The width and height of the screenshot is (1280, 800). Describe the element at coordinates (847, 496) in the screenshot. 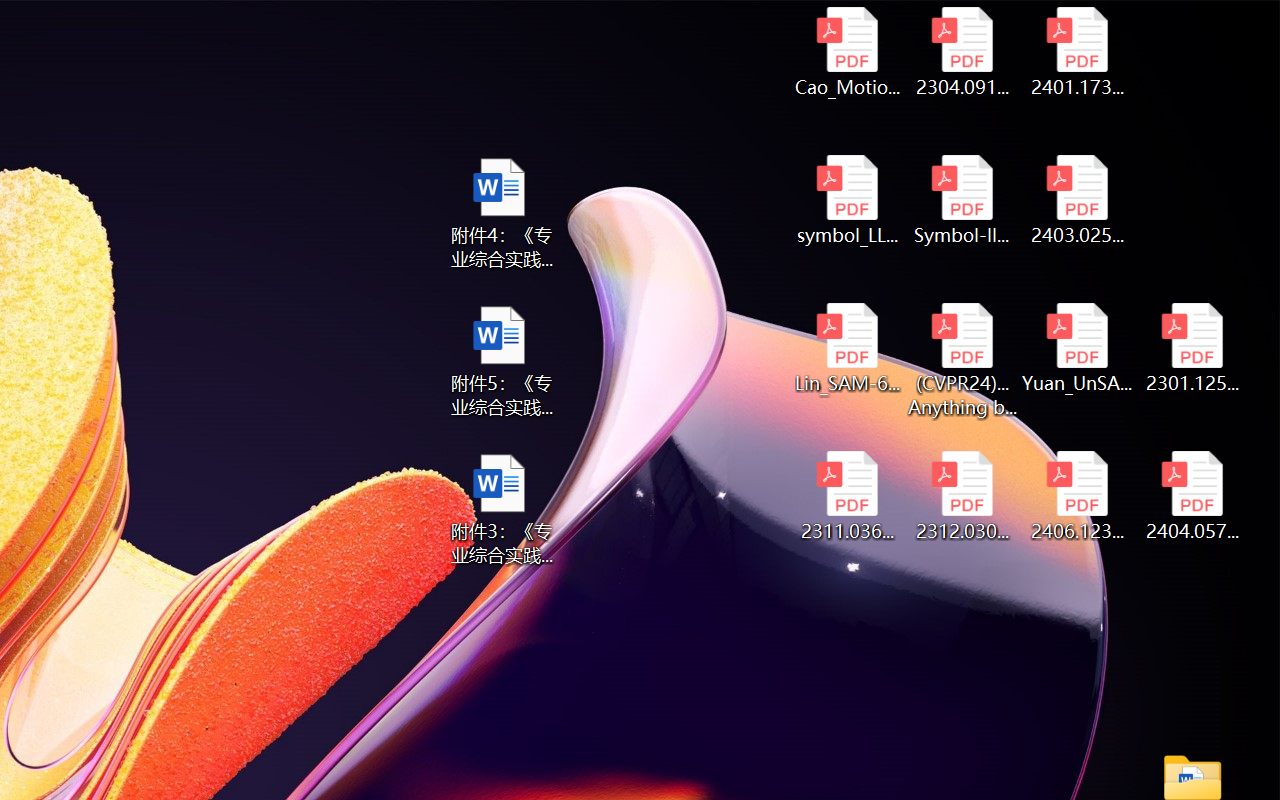

I see `'2311.03658v2.pdf'` at that location.